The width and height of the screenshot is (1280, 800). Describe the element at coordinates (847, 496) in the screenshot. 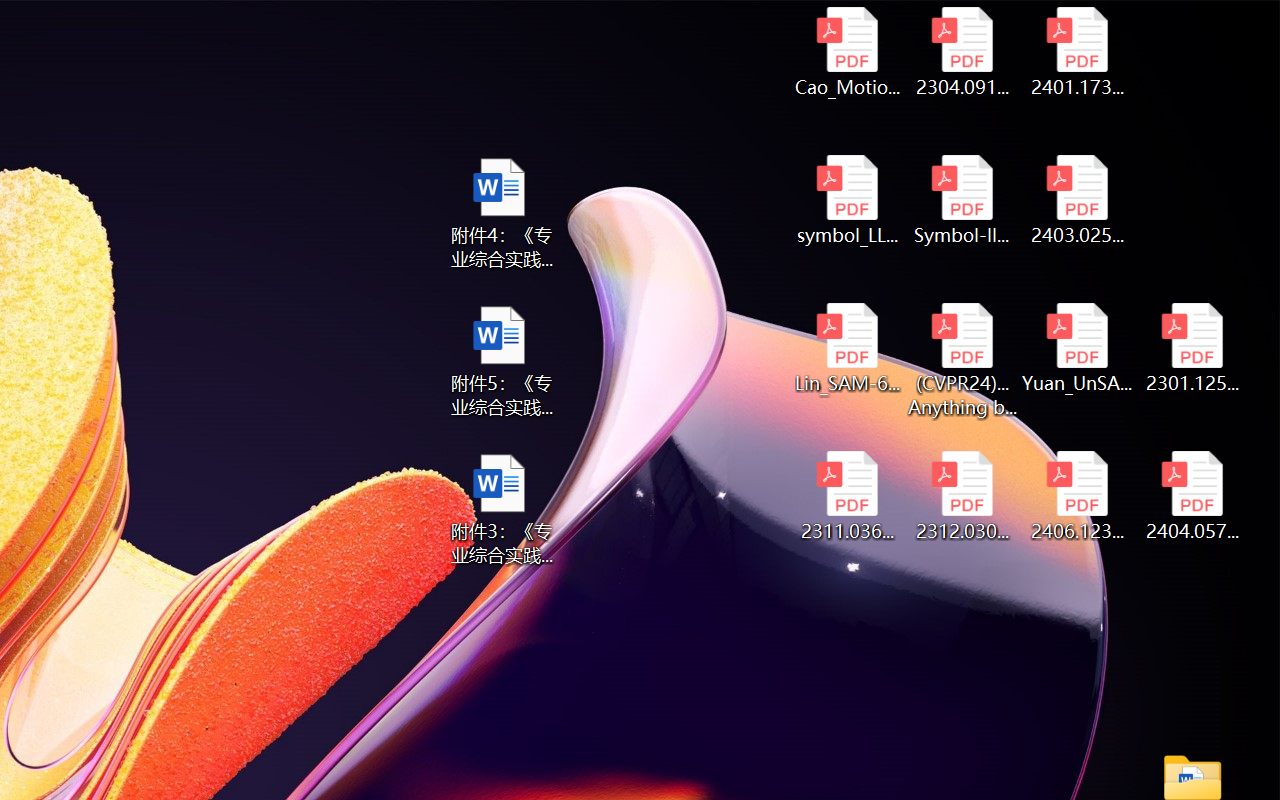

I see `'2311.03658v2.pdf'` at that location.